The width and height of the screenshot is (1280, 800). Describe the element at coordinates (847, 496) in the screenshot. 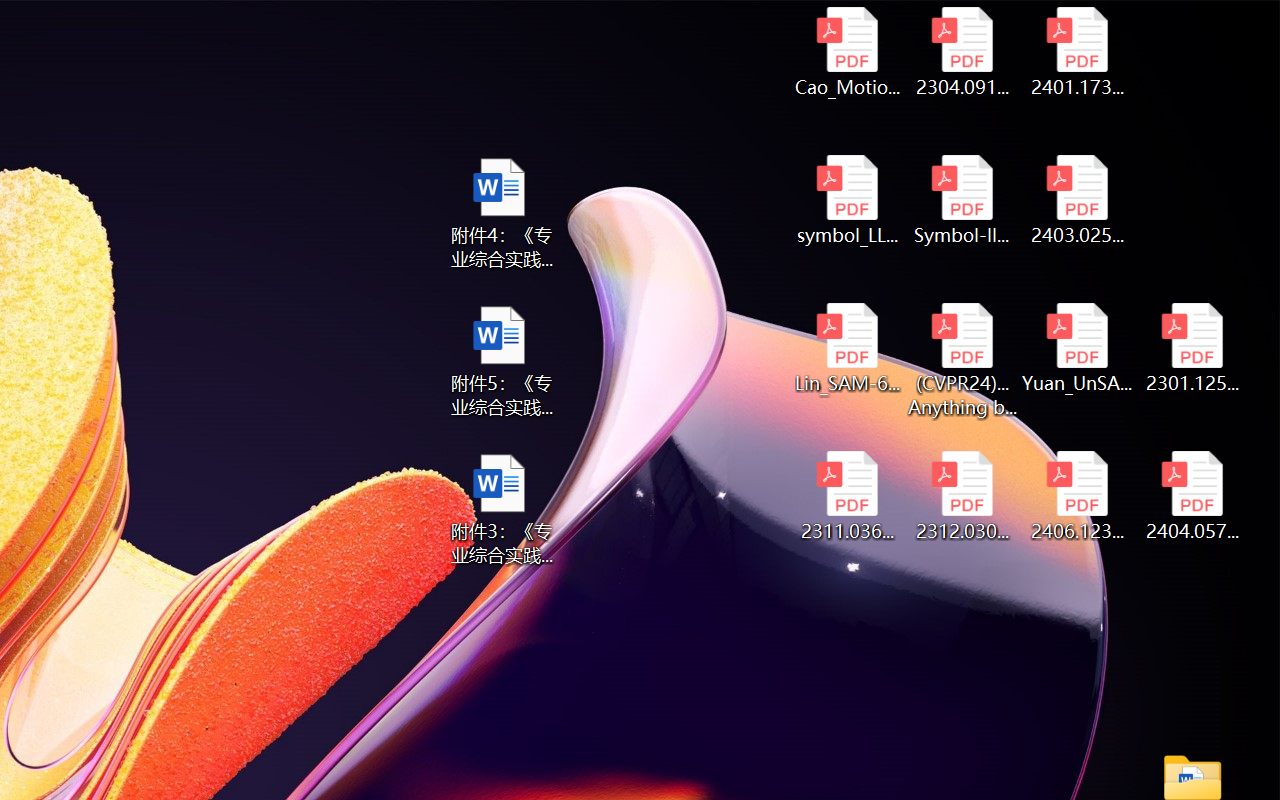

I see `'2311.03658v2.pdf'` at that location.